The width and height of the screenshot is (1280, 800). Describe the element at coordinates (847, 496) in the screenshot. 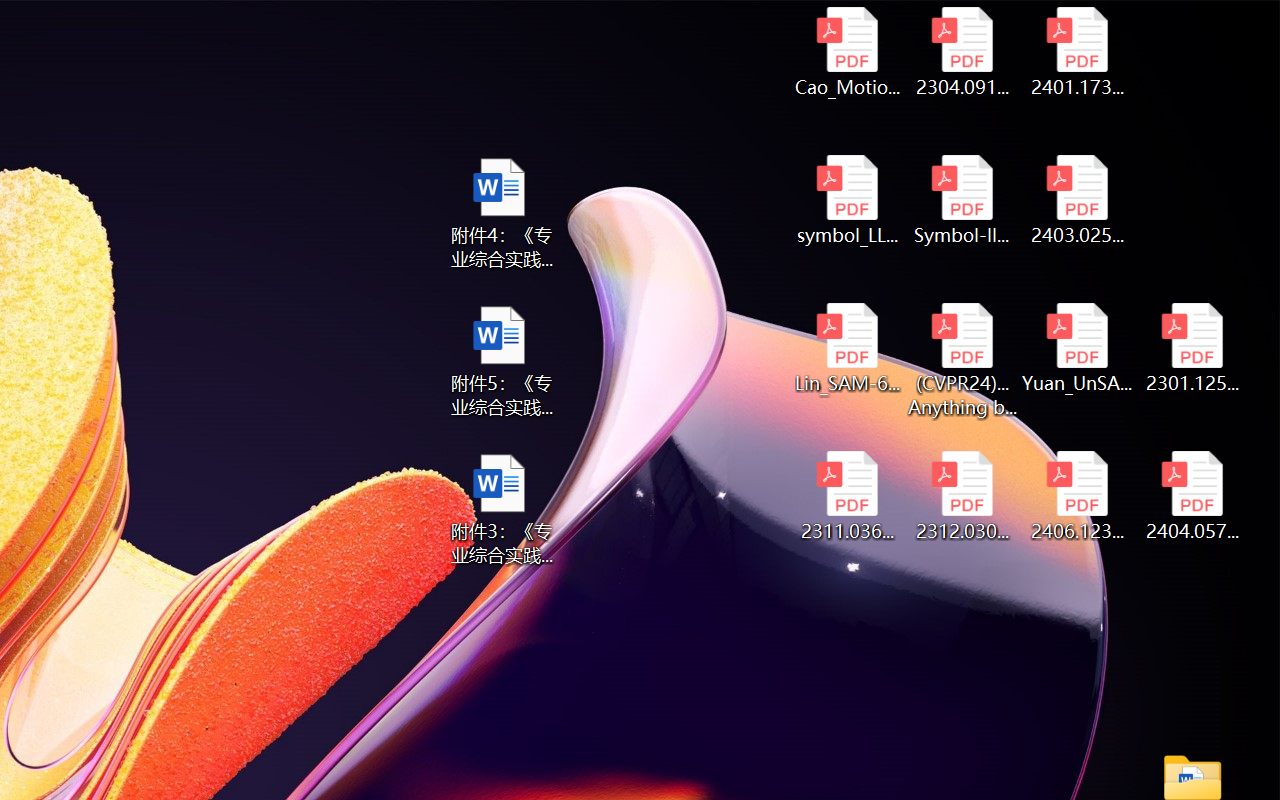

I see `'2311.03658v2.pdf'` at that location.